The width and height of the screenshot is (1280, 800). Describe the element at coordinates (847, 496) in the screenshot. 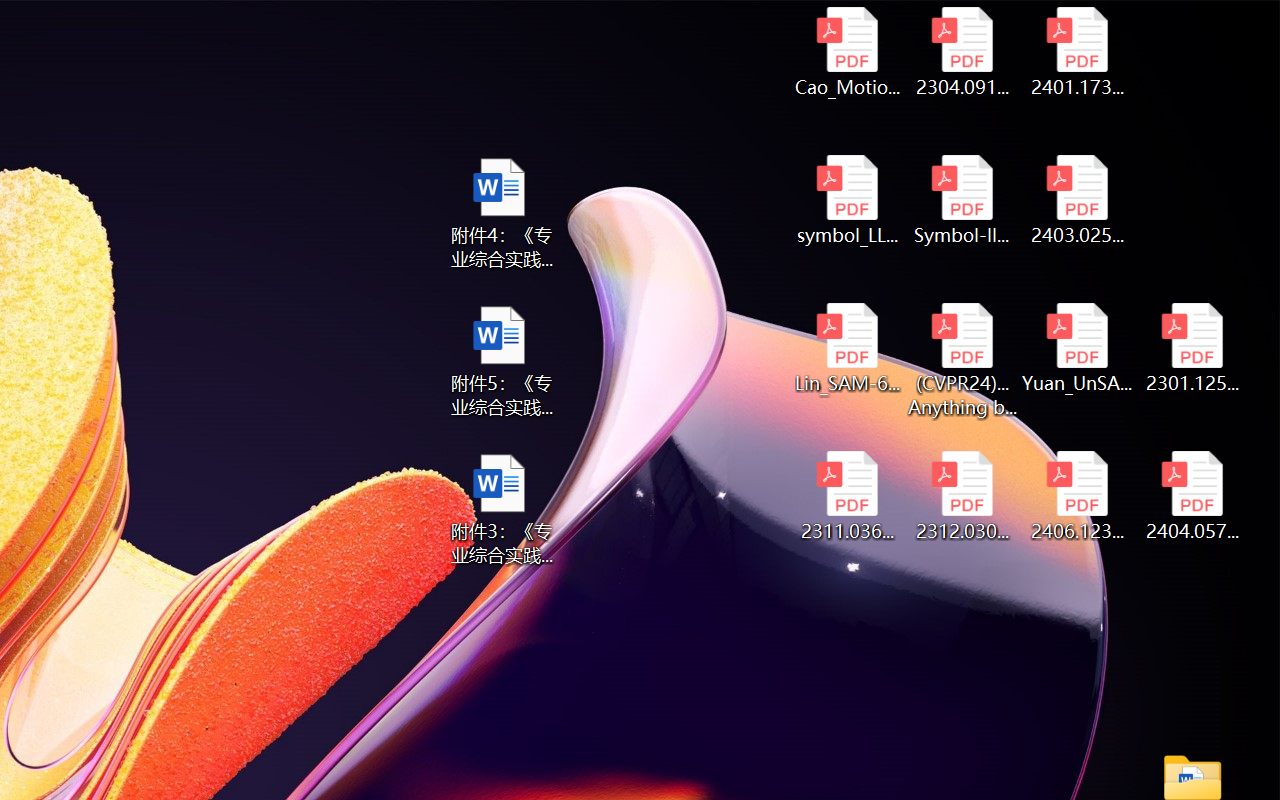

I see `'2311.03658v2.pdf'` at that location.